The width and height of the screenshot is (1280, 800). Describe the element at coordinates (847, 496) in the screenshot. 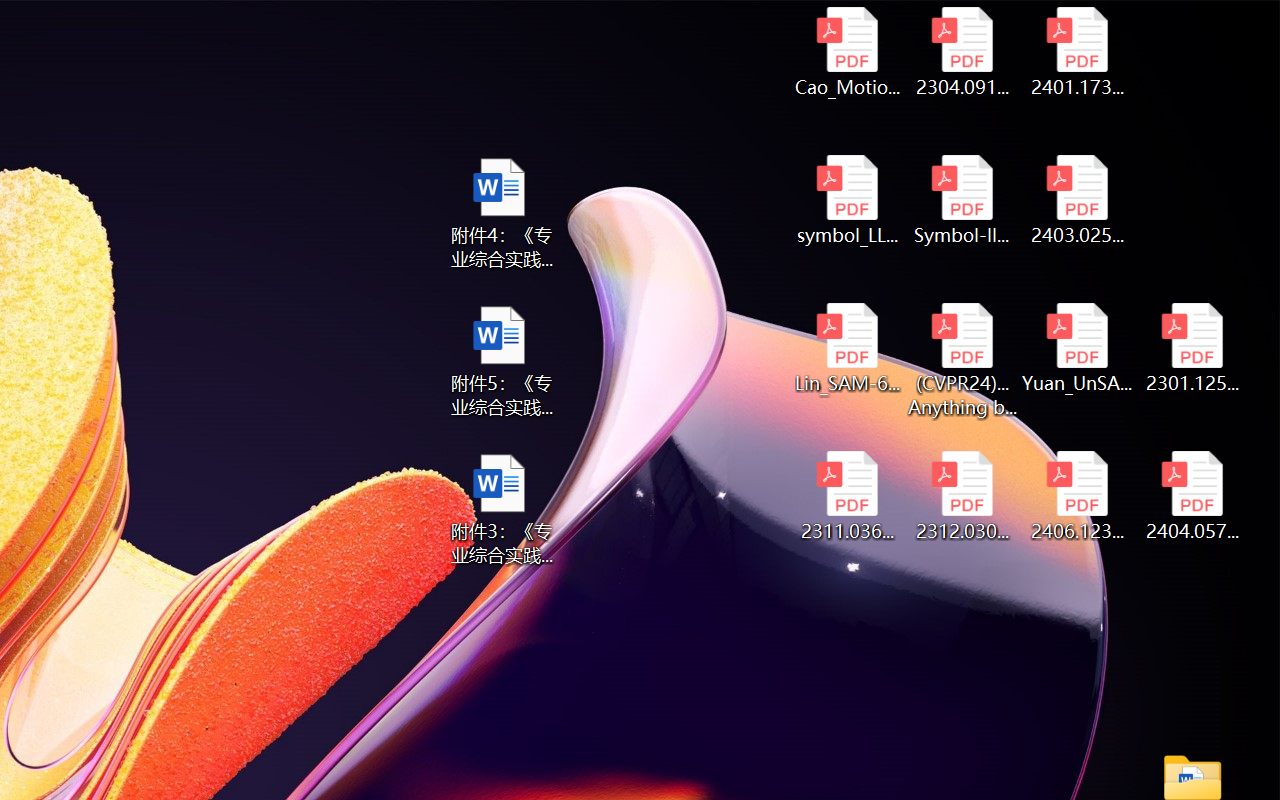

I see `'2311.03658v2.pdf'` at that location.